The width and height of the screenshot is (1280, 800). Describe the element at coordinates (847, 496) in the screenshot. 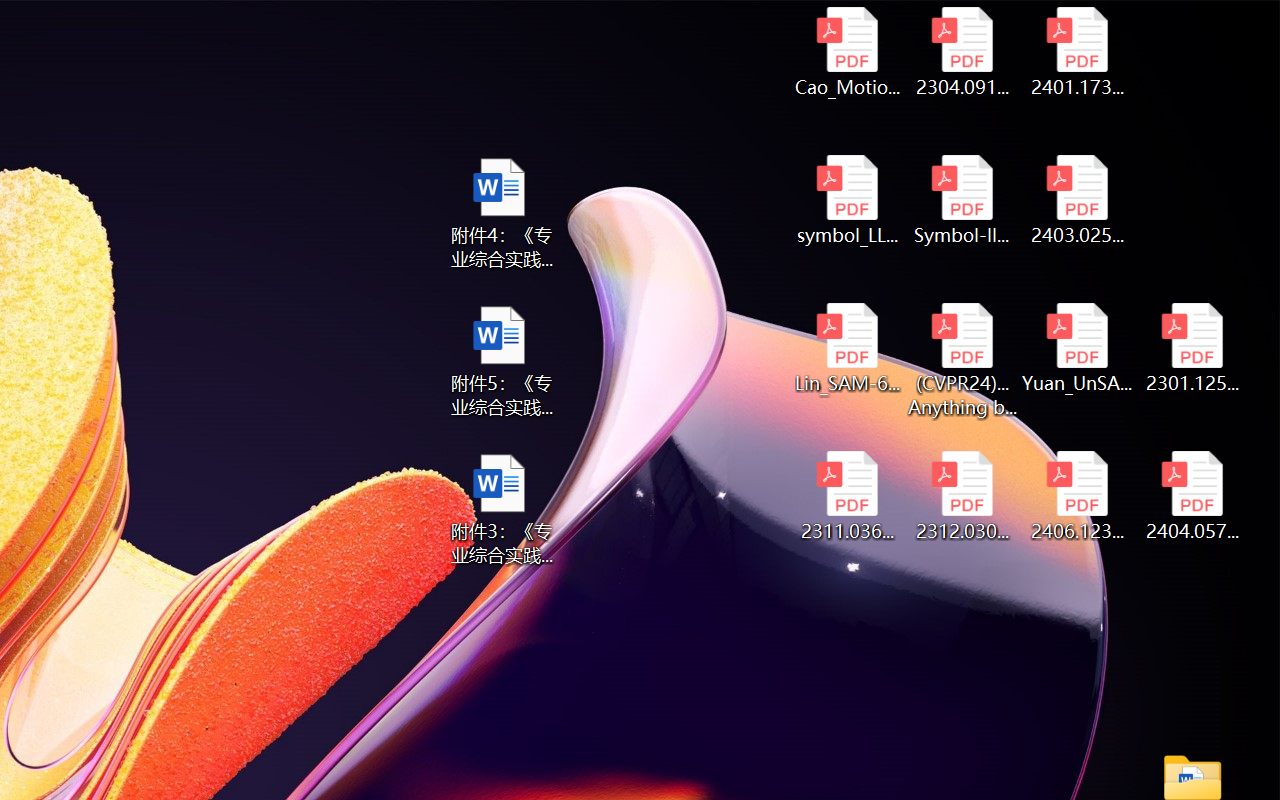

I see `'2311.03658v2.pdf'` at that location.